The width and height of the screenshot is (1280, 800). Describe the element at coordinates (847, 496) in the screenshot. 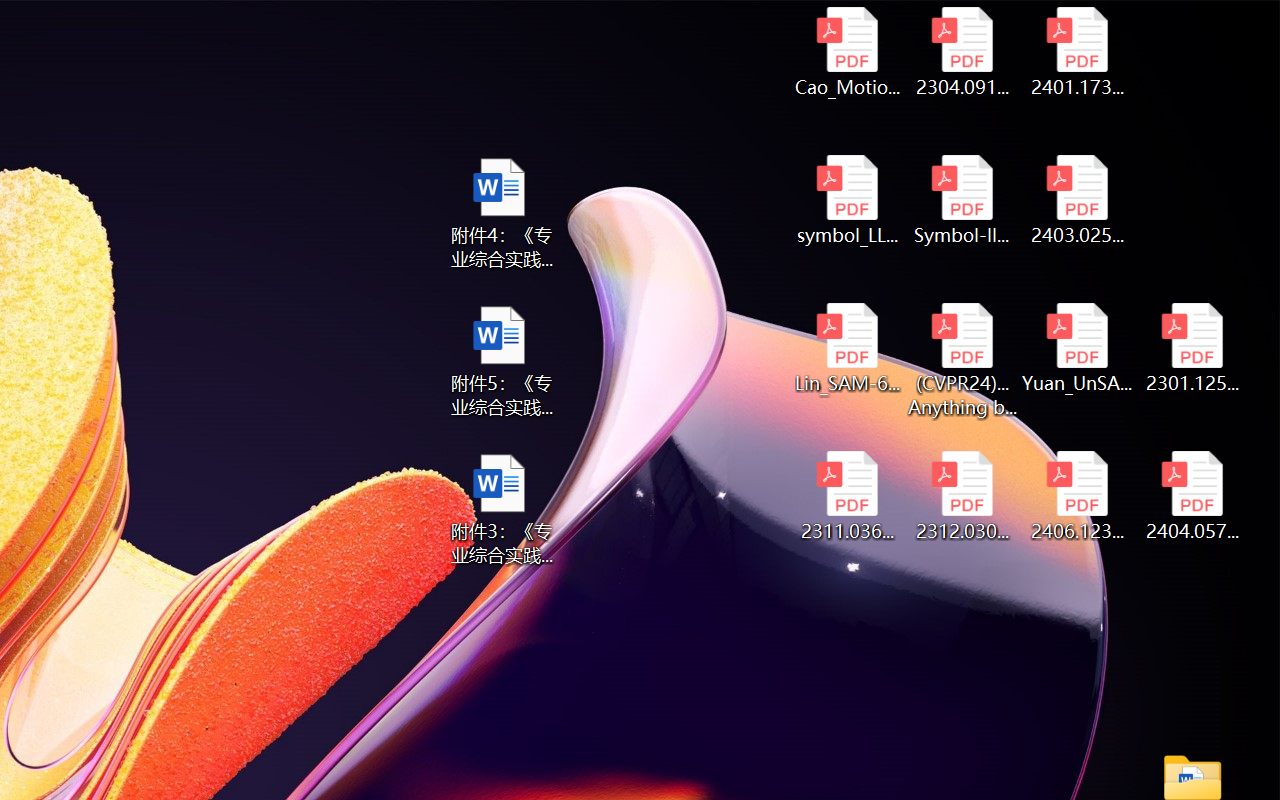

I see `'2311.03658v2.pdf'` at that location.